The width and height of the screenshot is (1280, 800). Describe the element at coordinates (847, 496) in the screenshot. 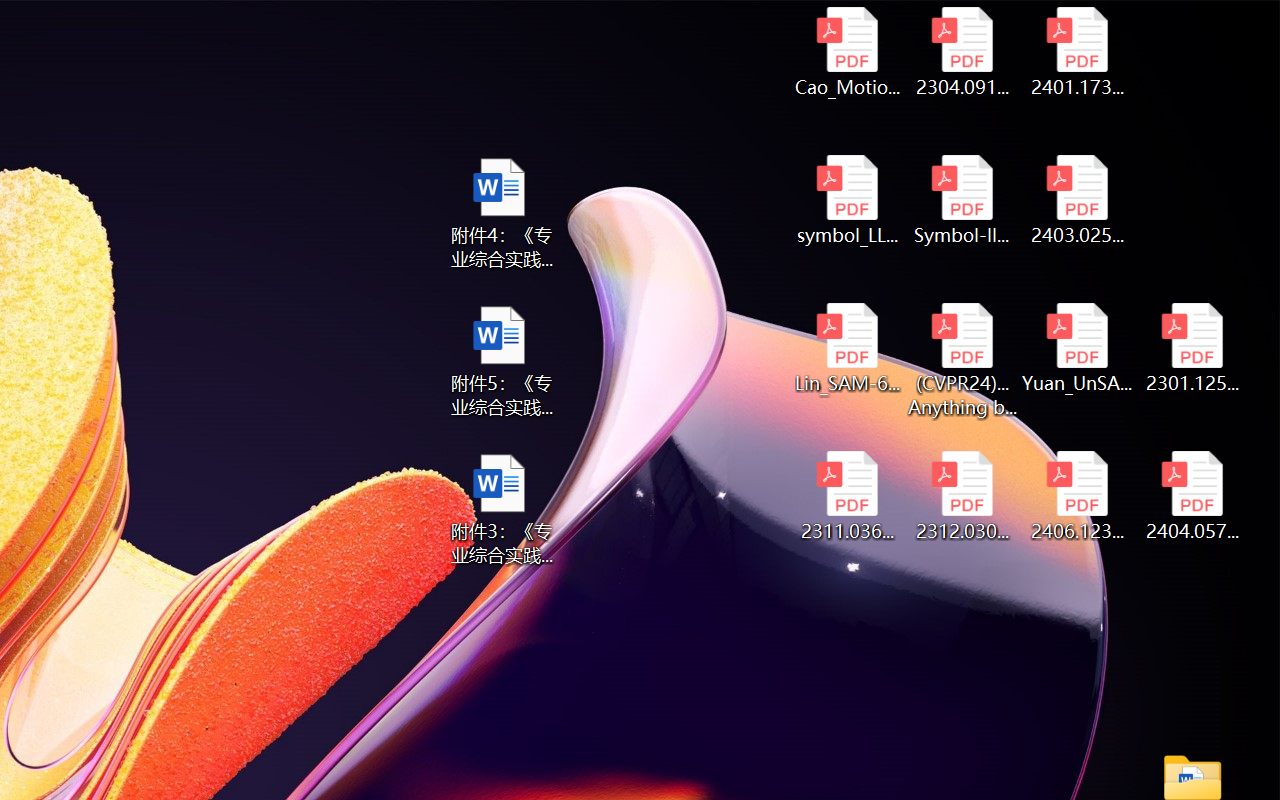

I see `'2311.03658v2.pdf'` at that location.